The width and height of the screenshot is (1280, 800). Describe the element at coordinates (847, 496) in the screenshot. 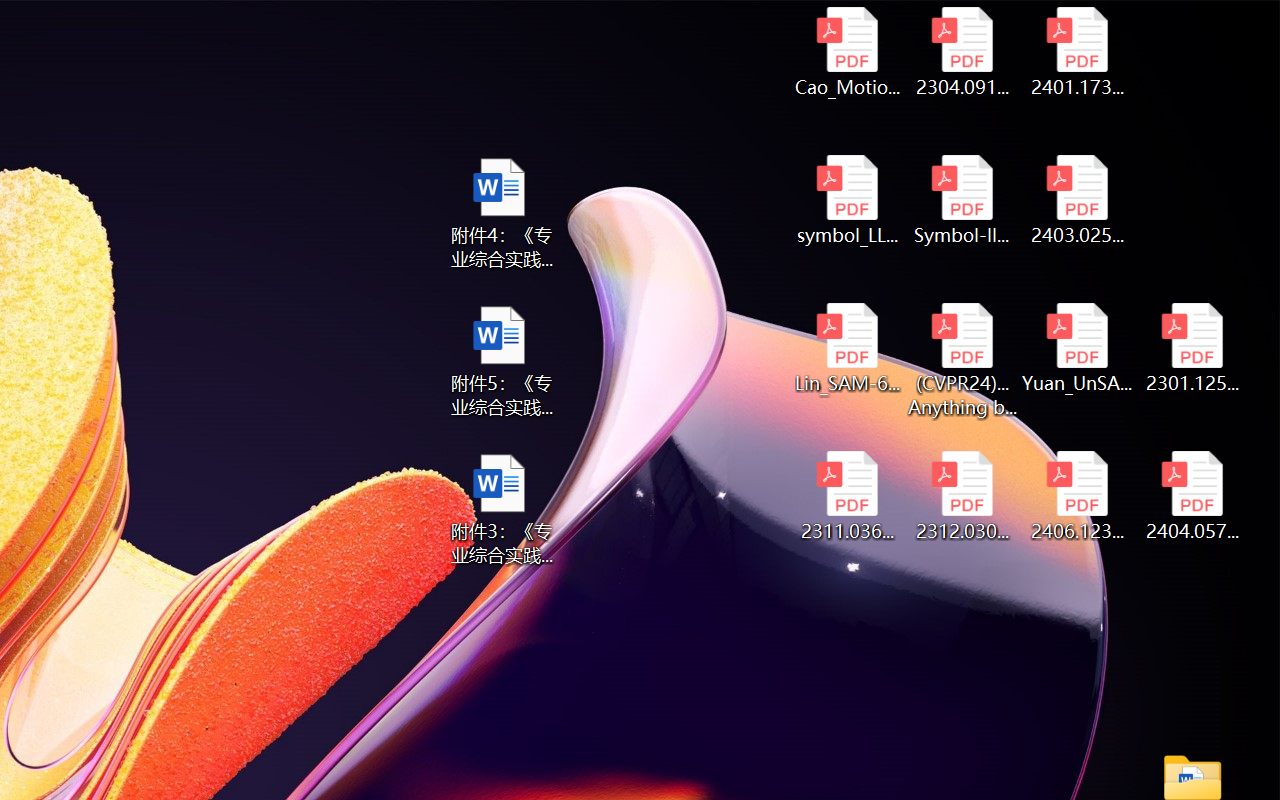

I see `'2311.03658v2.pdf'` at that location.